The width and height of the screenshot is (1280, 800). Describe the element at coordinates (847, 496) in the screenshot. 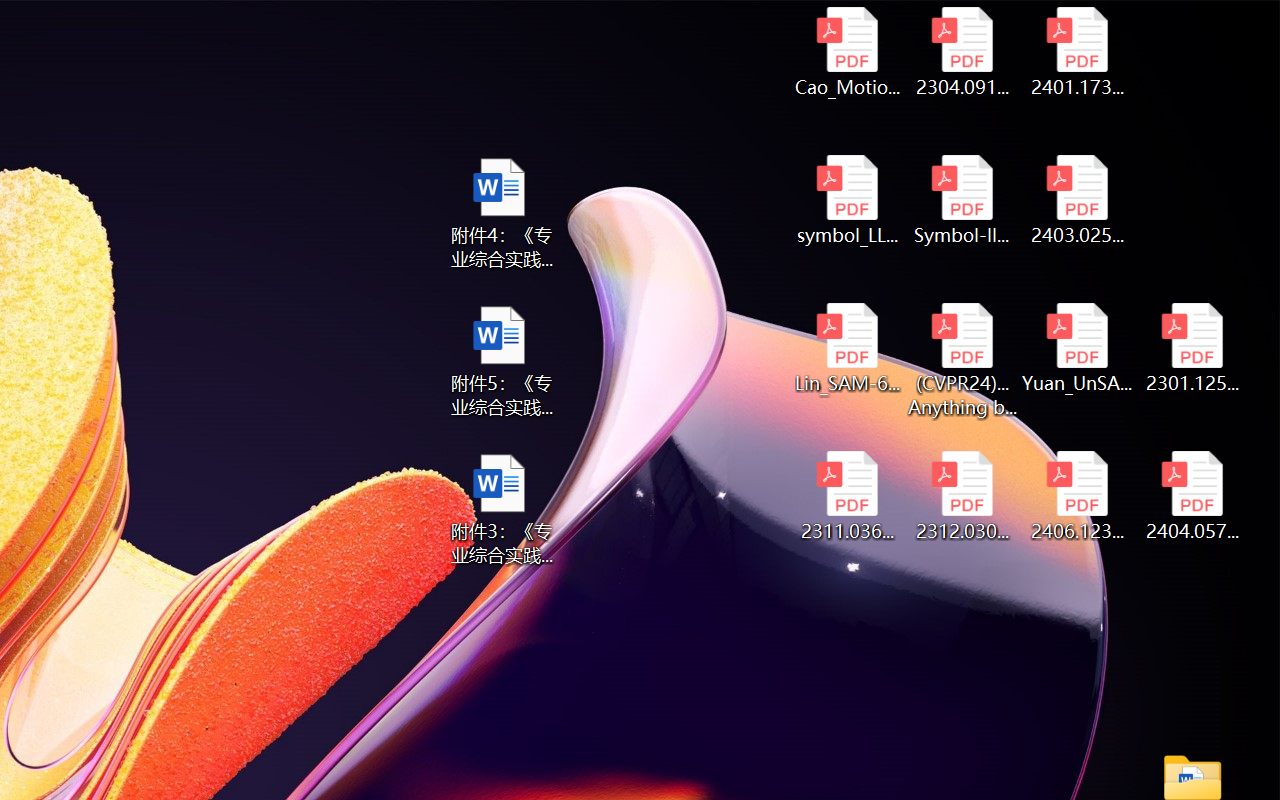

I see `'2311.03658v2.pdf'` at that location.